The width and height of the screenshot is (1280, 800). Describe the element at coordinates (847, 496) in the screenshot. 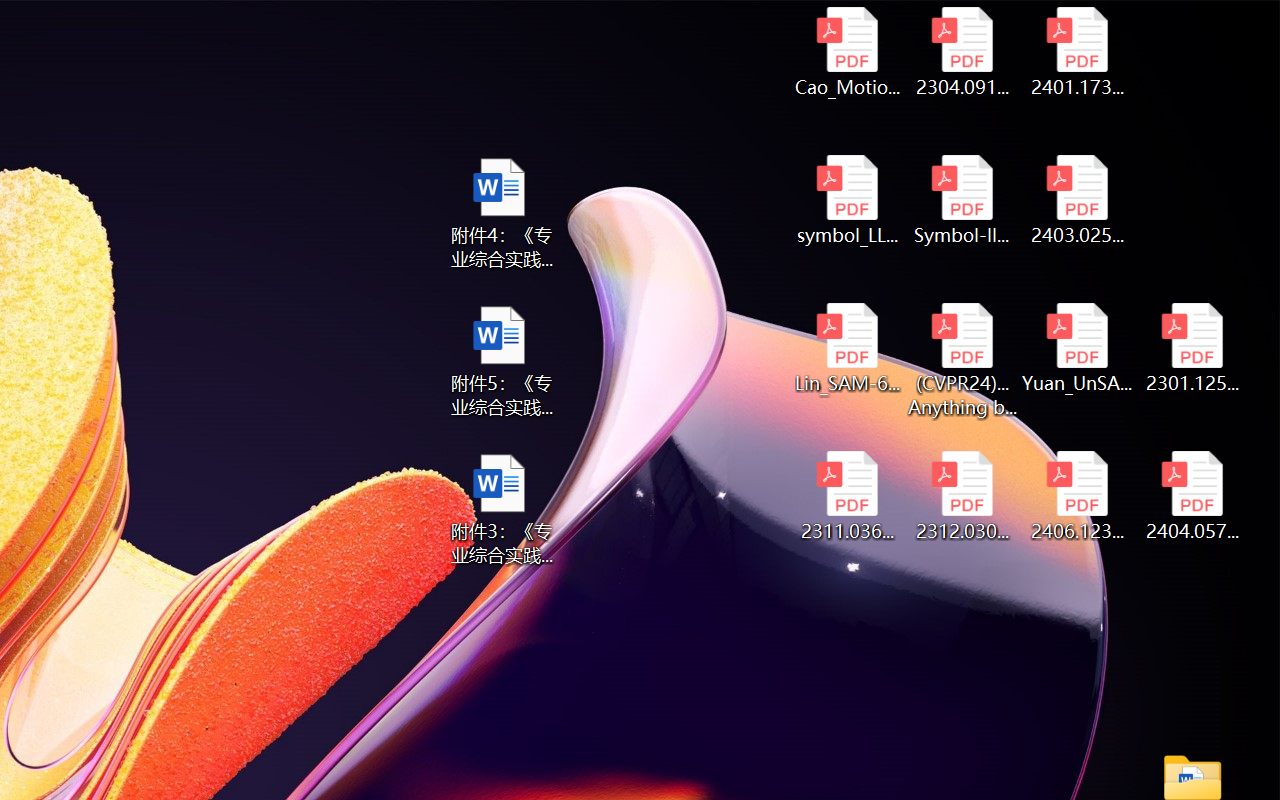

I see `'2311.03658v2.pdf'` at that location.